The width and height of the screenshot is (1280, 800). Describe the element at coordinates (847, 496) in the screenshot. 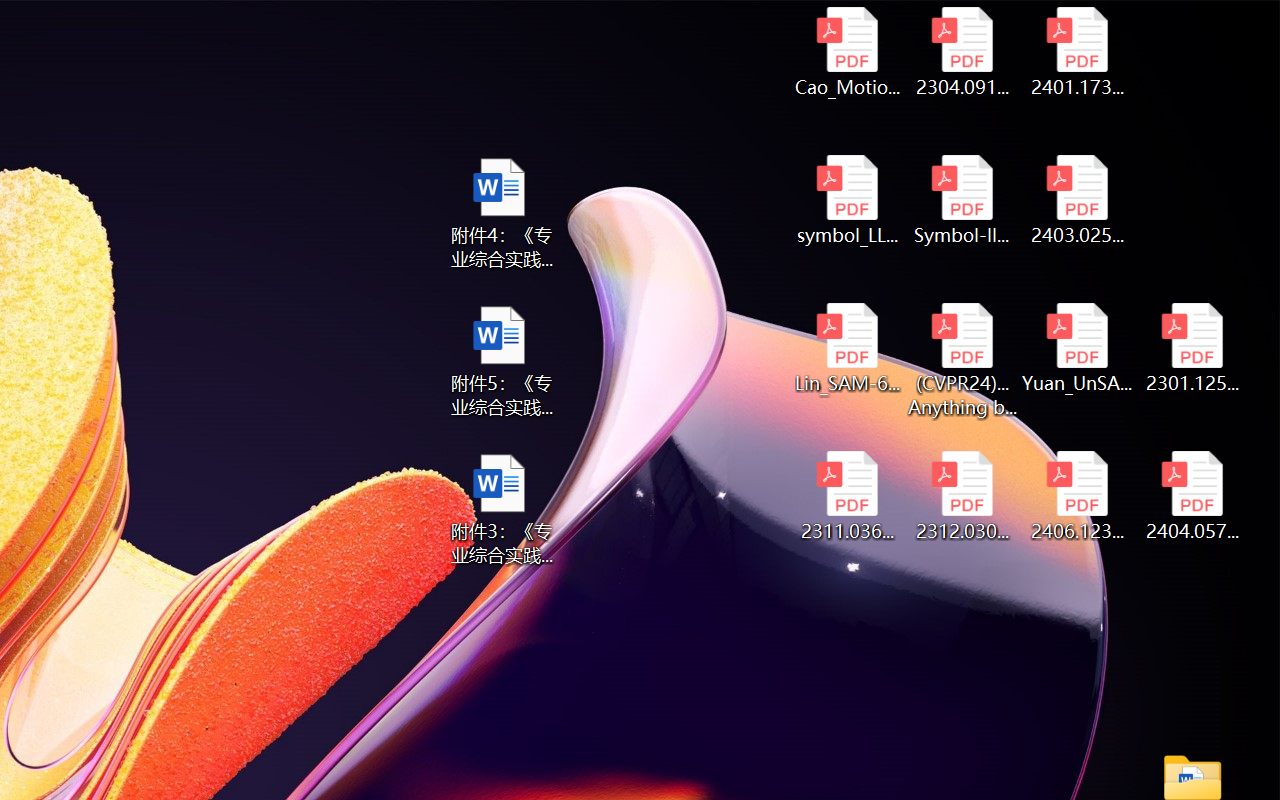

I see `'2311.03658v2.pdf'` at that location.